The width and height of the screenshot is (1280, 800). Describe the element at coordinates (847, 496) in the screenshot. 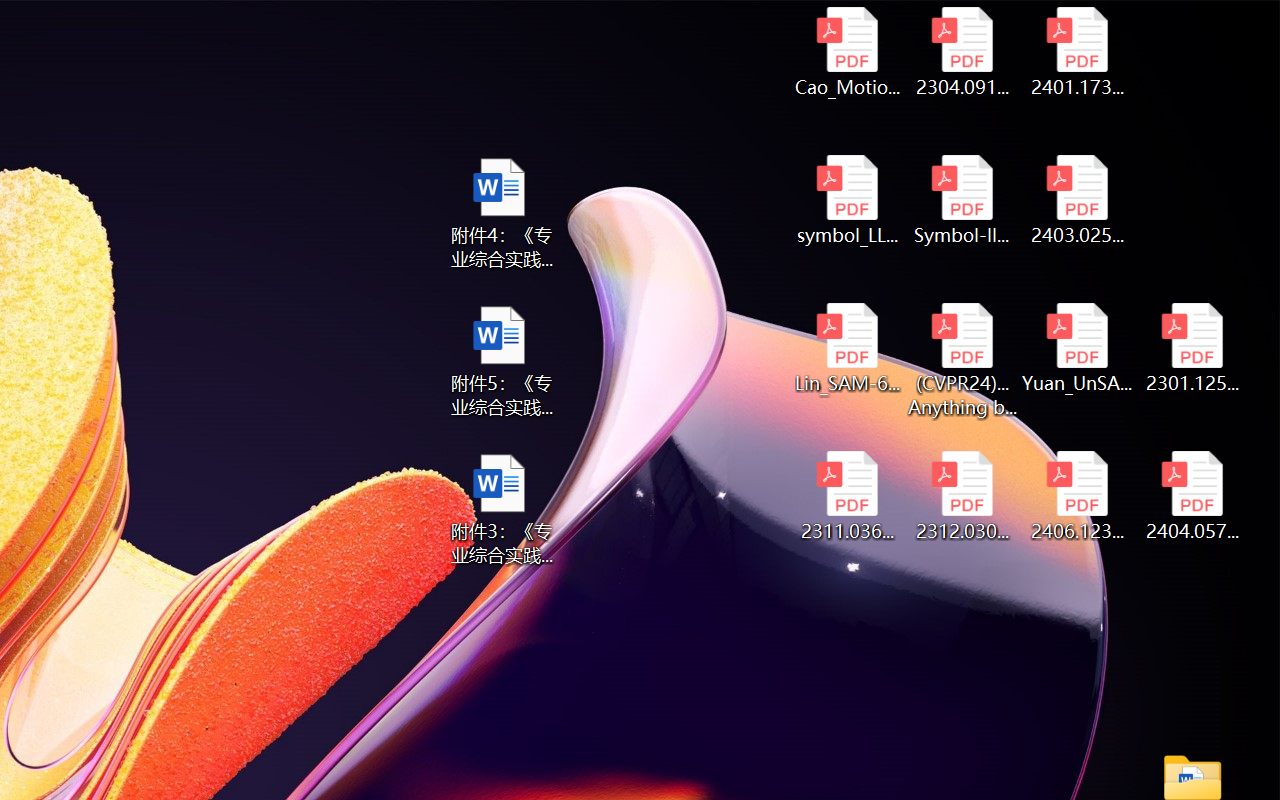

I see `'2311.03658v2.pdf'` at that location.